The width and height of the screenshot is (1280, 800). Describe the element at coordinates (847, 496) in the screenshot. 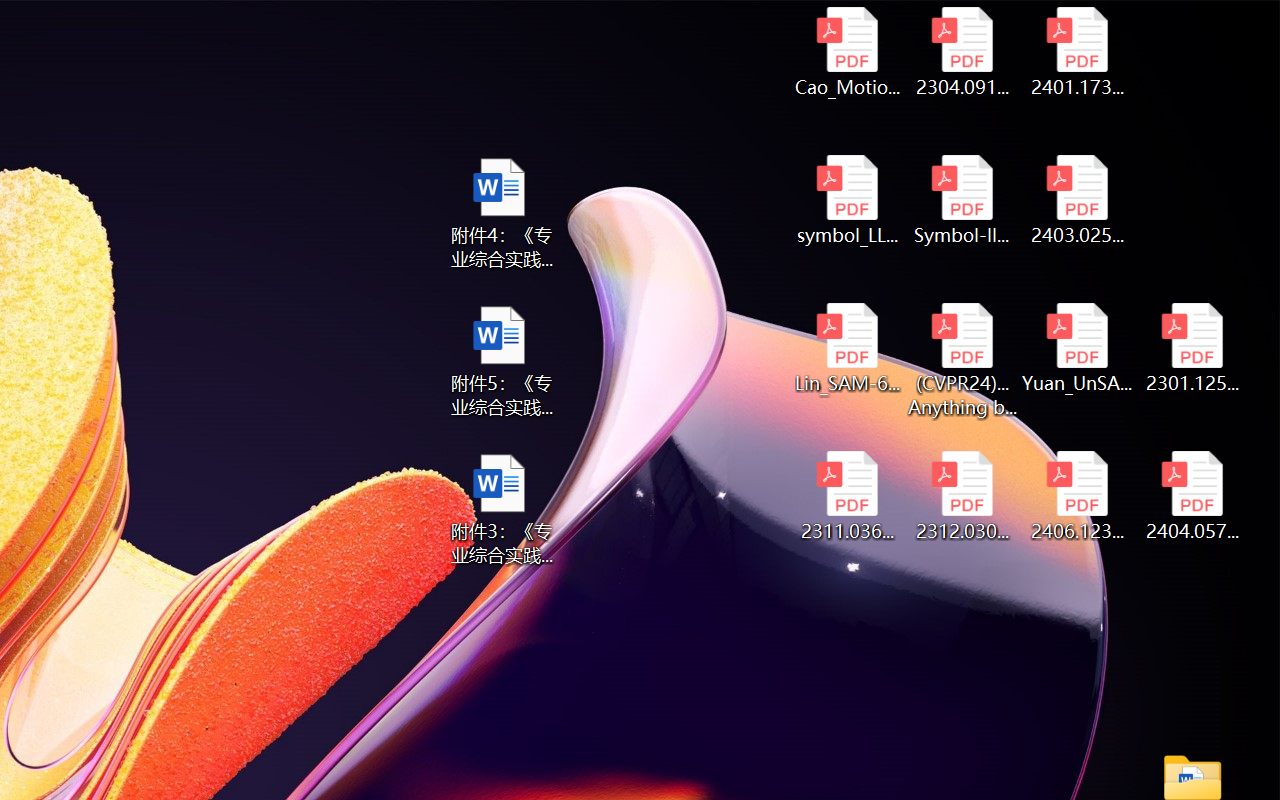

I see `'2311.03658v2.pdf'` at that location.